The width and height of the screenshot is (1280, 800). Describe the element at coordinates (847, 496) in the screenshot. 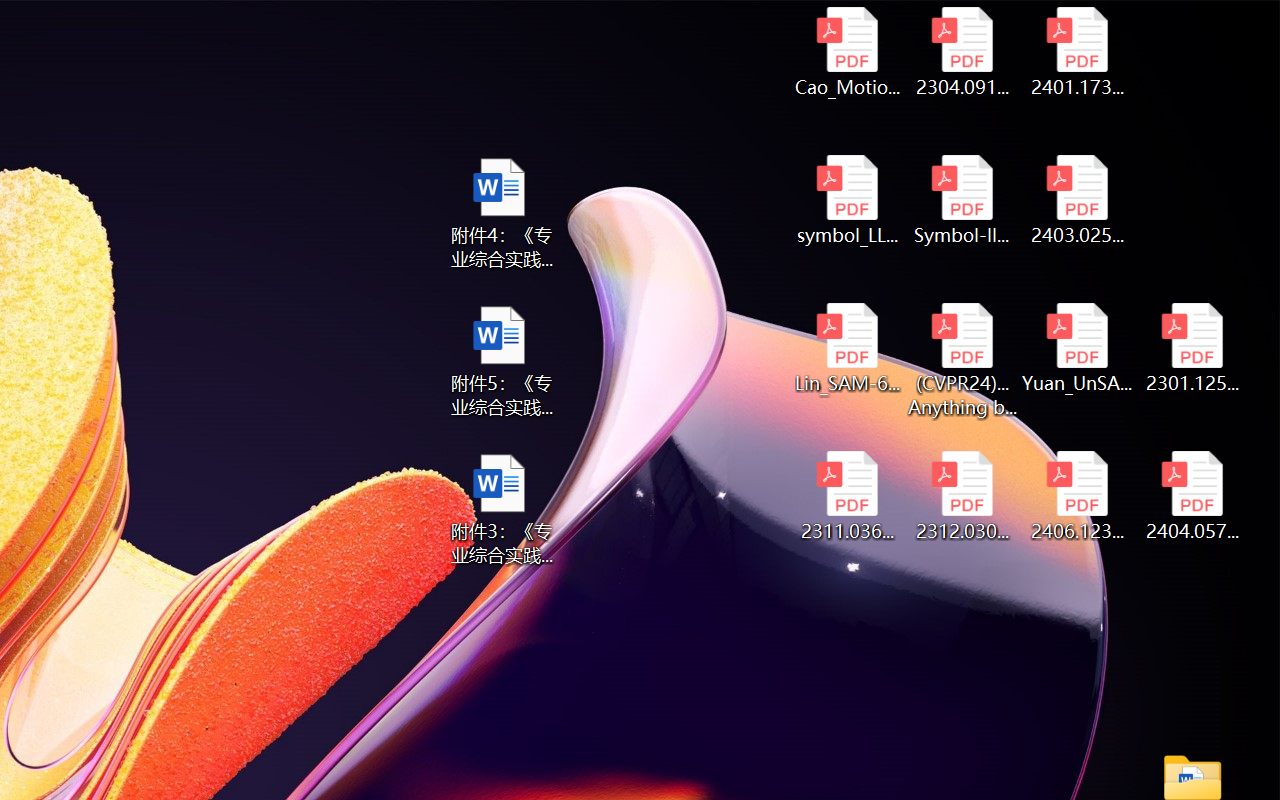

I see `'2311.03658v2.pdf'` at that location.